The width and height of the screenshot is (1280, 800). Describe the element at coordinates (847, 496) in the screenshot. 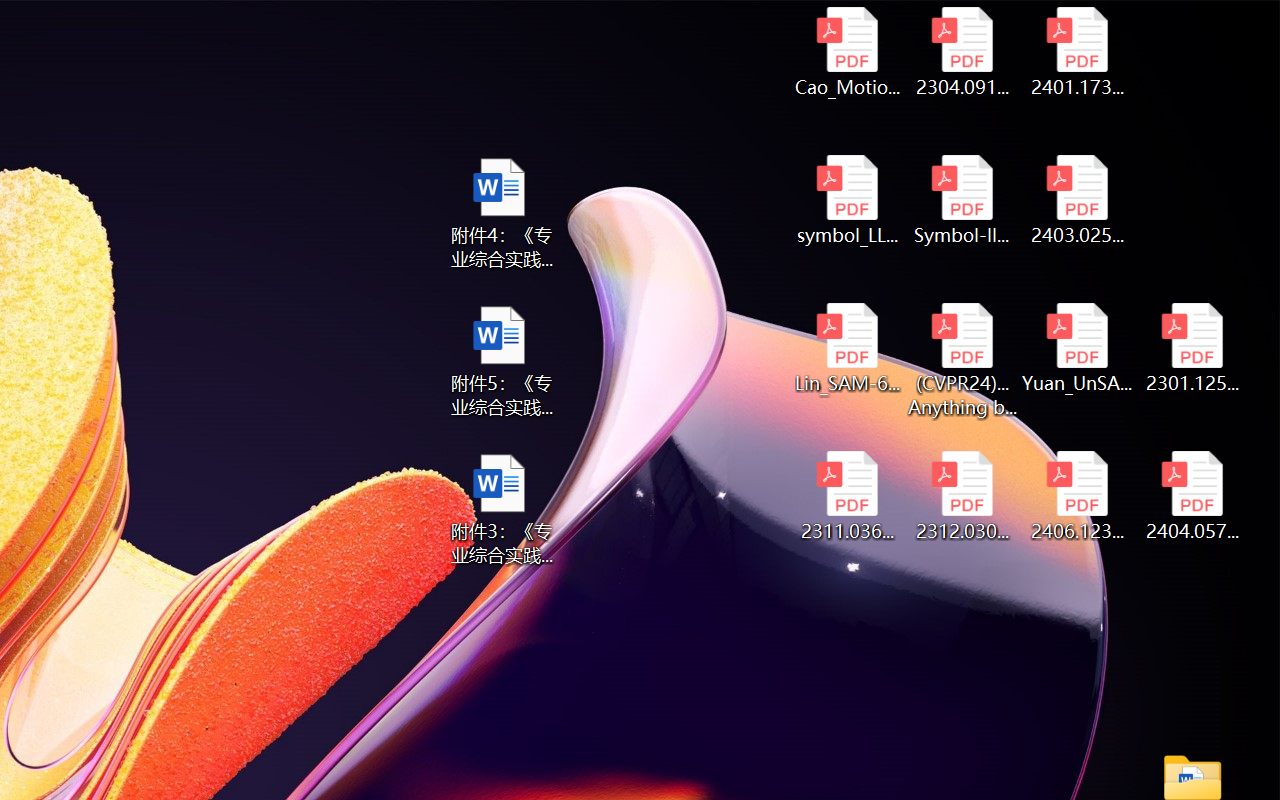

I see `'2311.03658v2.pdf'` at that location.